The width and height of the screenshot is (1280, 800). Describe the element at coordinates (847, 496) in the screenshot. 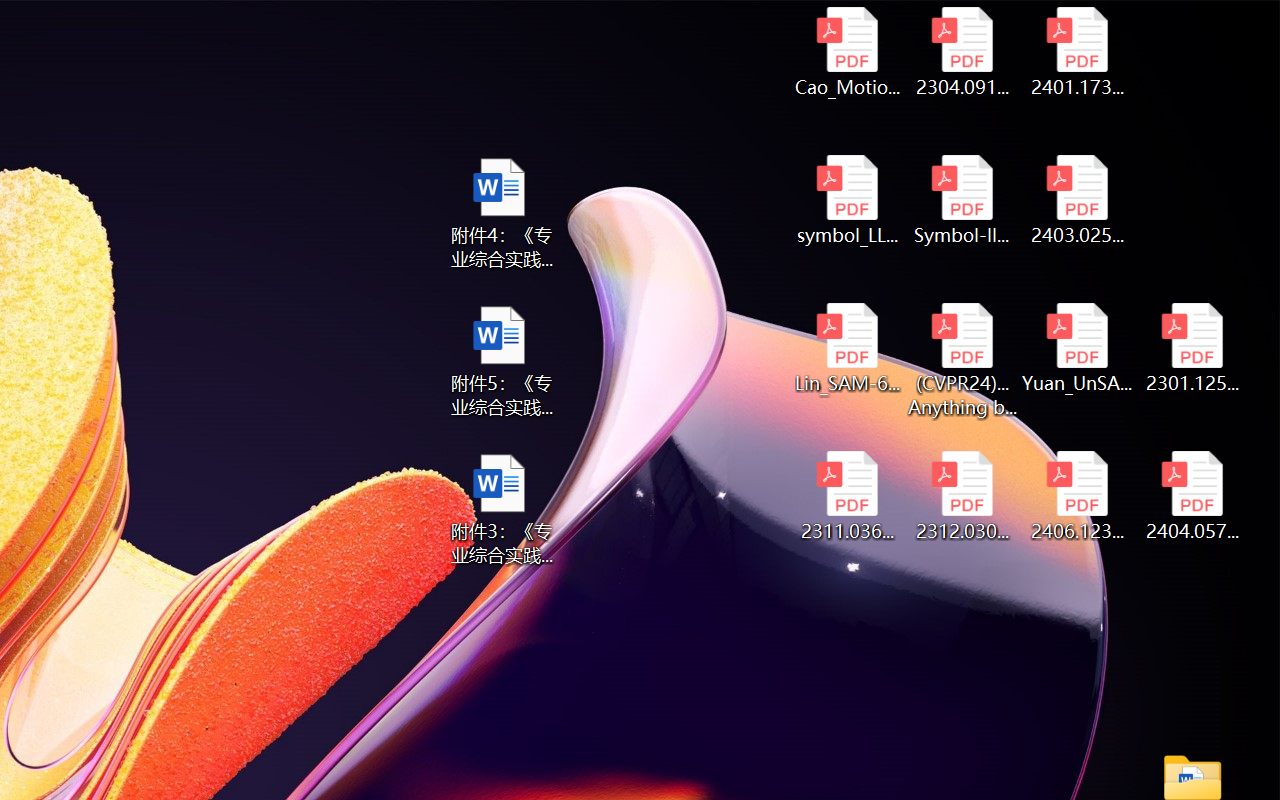

I see `'2311.03658v2.pdf'` at that location.